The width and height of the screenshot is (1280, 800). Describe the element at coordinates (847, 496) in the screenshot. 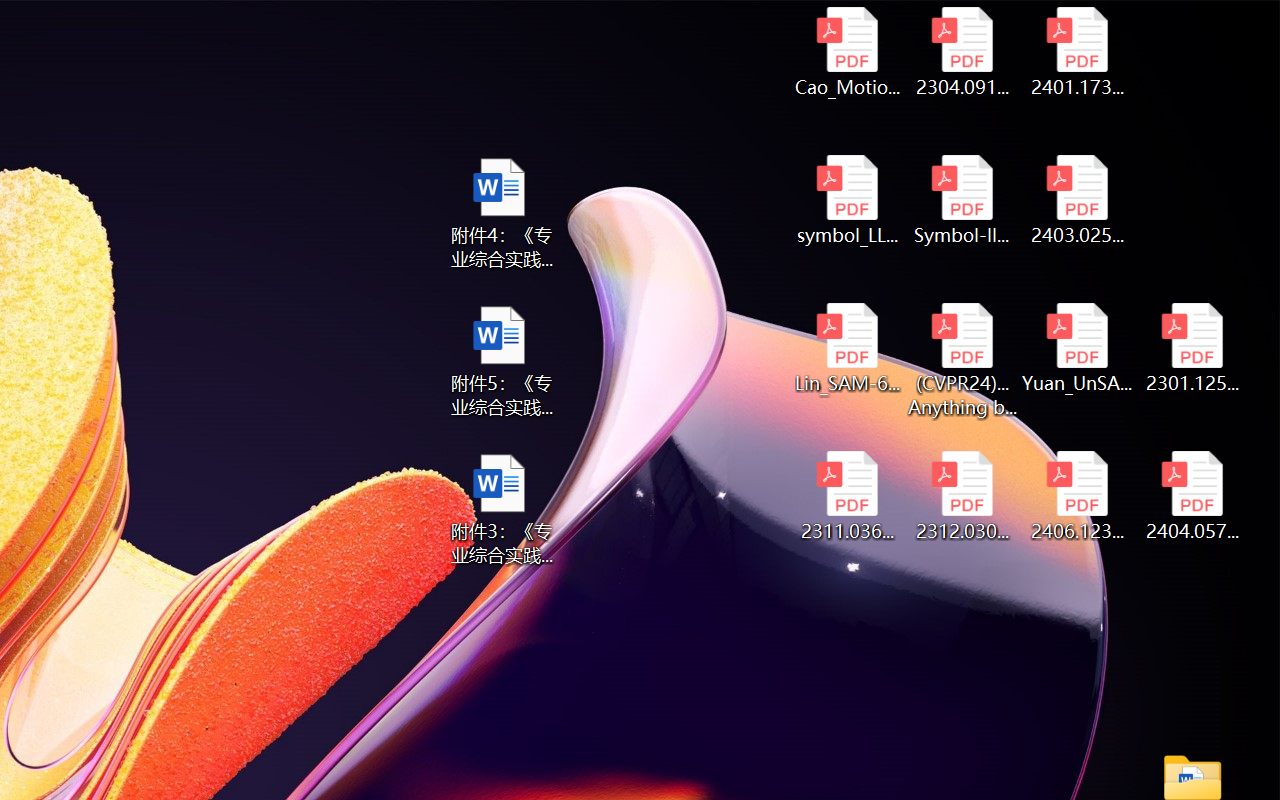

I see `'2311.03658v2.pdf'` at that location.